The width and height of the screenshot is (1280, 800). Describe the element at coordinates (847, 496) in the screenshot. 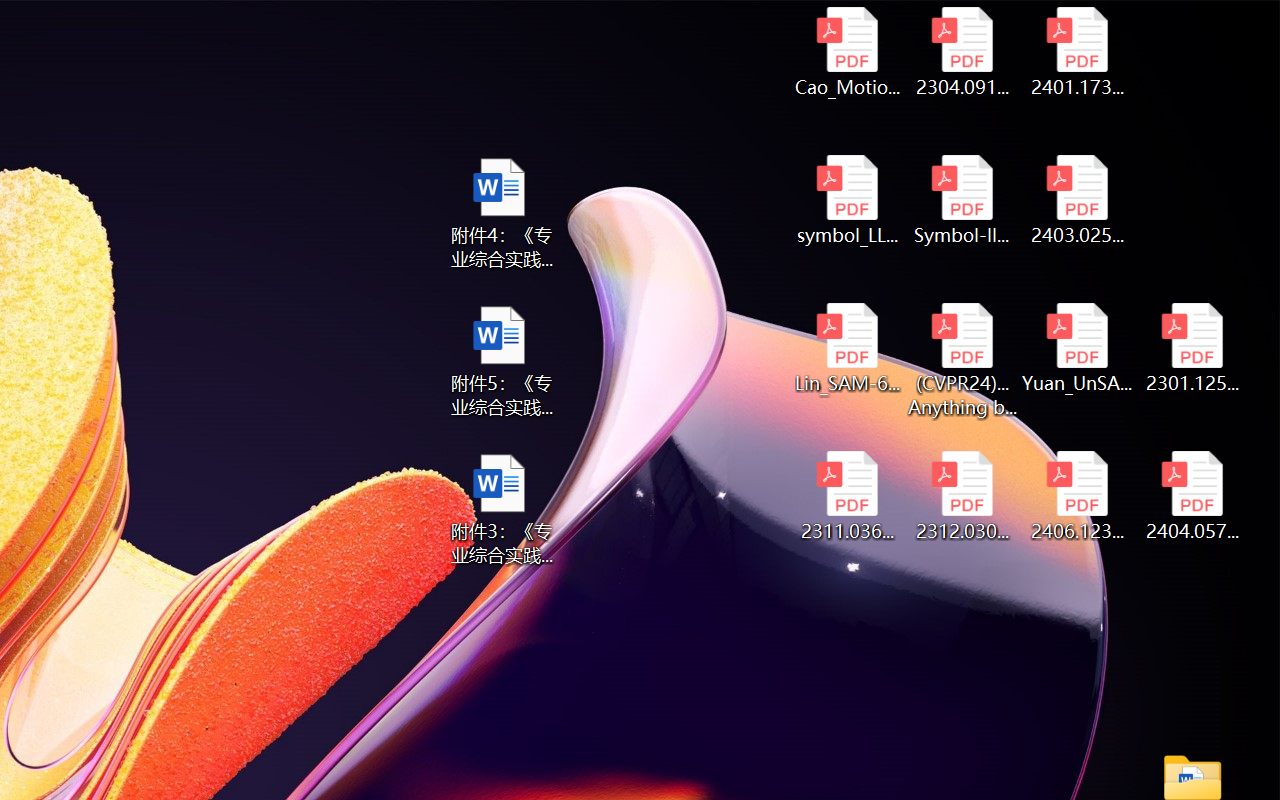

I see `'2311.03658v2.pdf'` at that location.